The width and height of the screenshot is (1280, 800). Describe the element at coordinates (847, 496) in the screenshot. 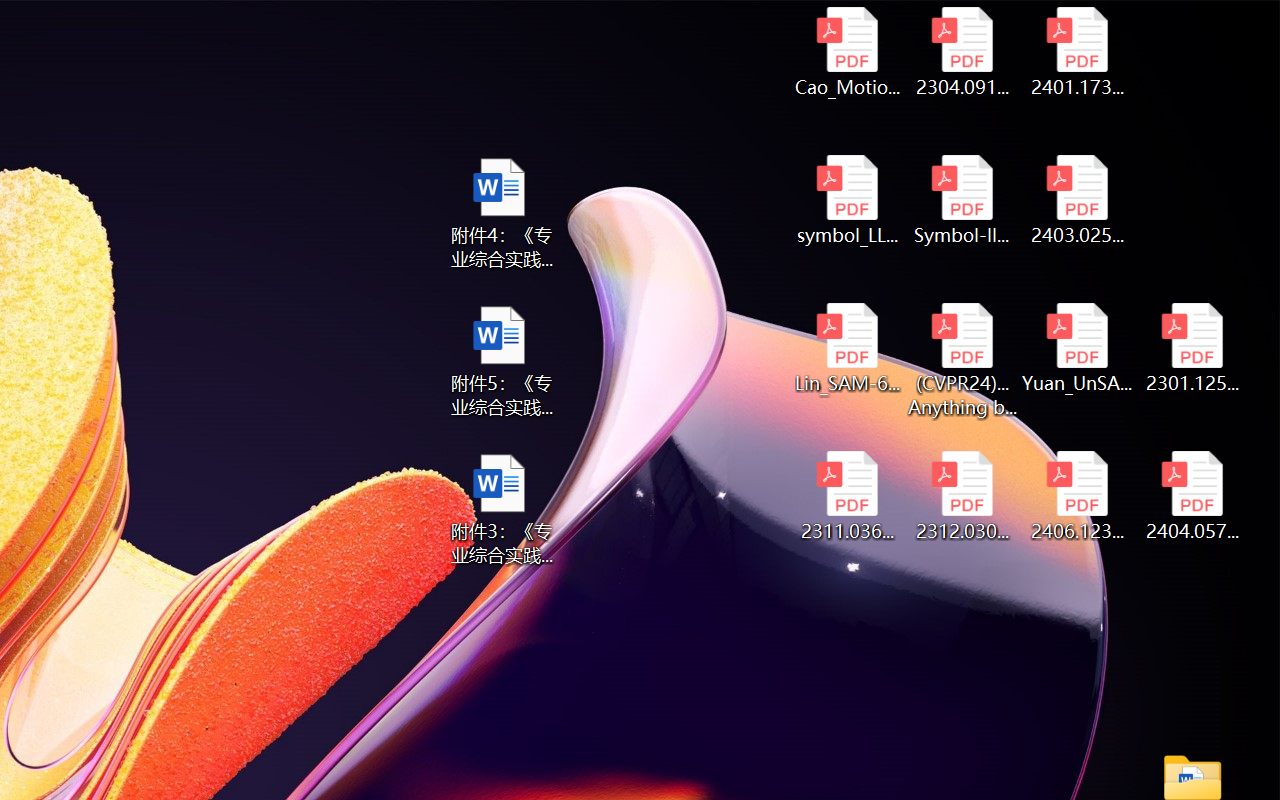

I see `'2311.03658v2.pdf'` at that location.